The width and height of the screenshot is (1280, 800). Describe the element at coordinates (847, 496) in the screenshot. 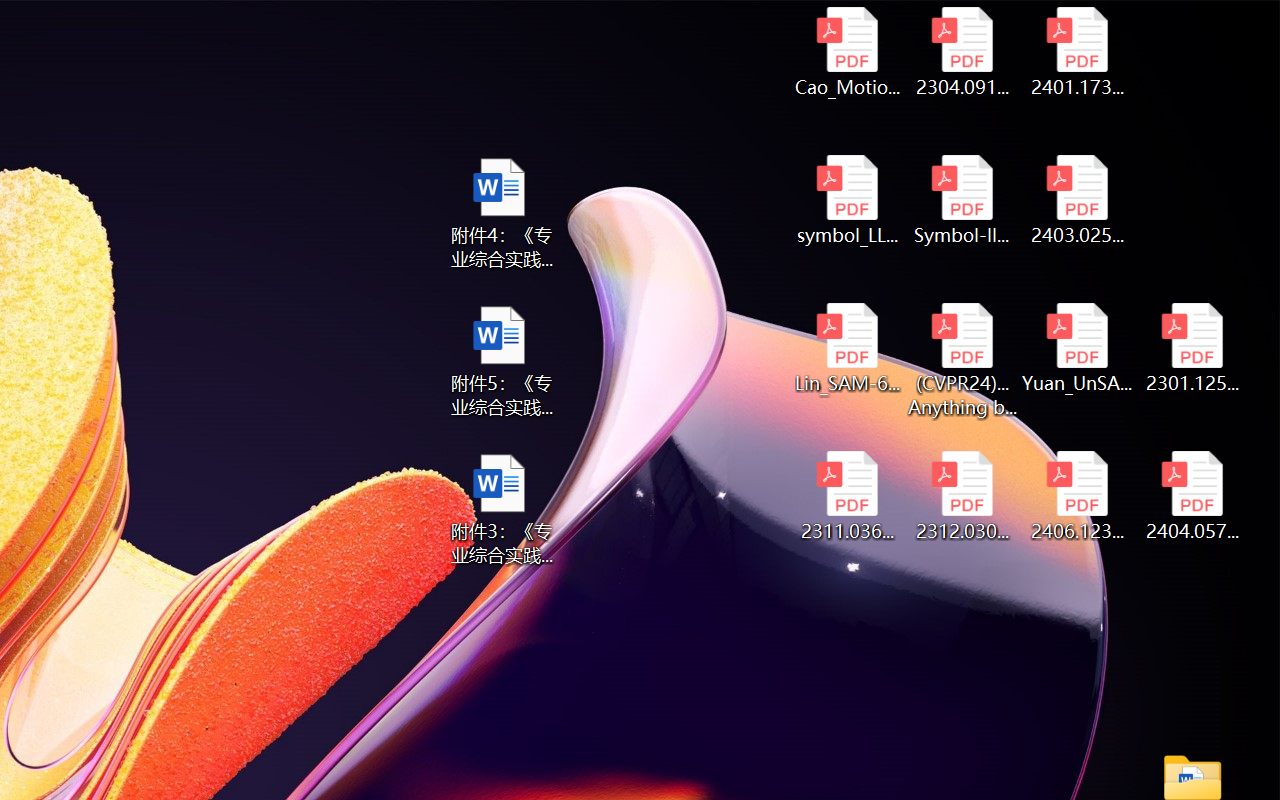

I see `'2311.03658v2.pdf'` at that location.